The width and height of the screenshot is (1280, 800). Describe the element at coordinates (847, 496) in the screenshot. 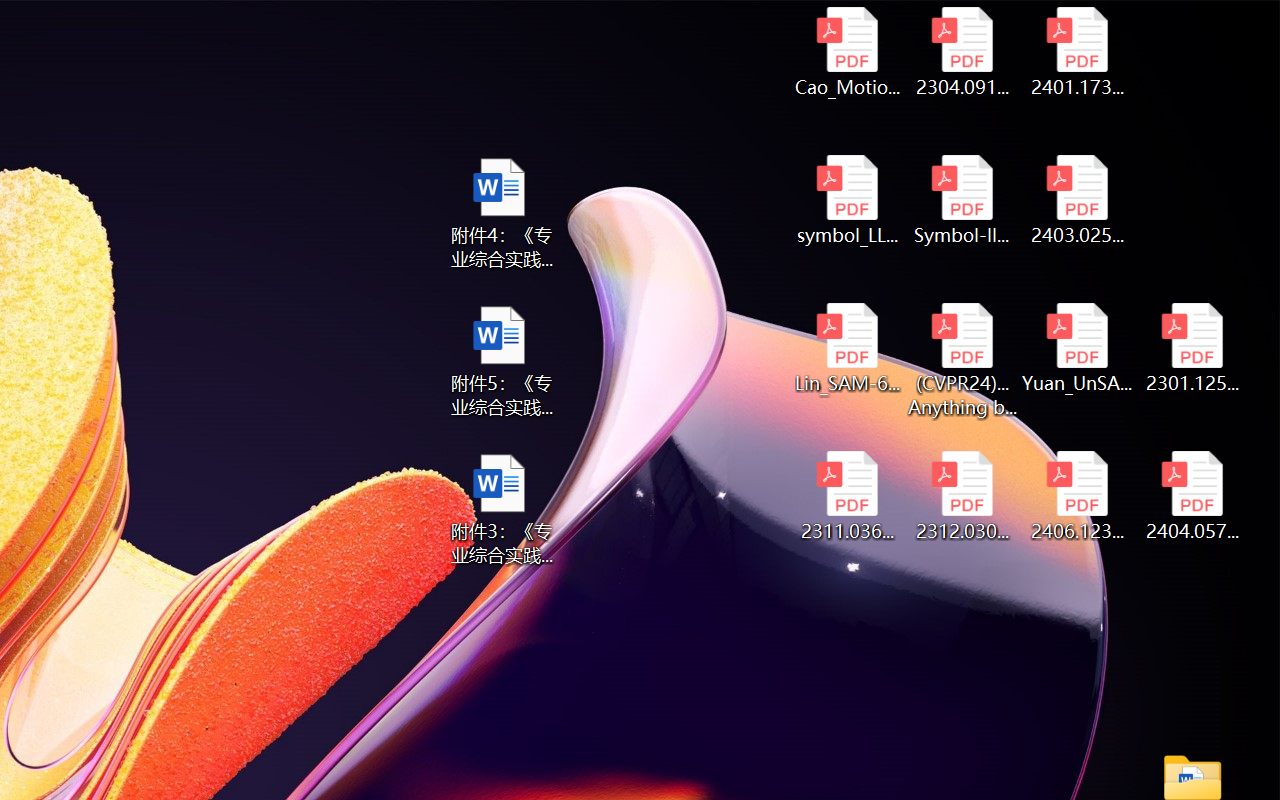

I see `'2311.03658v2.pdf'` at that location.